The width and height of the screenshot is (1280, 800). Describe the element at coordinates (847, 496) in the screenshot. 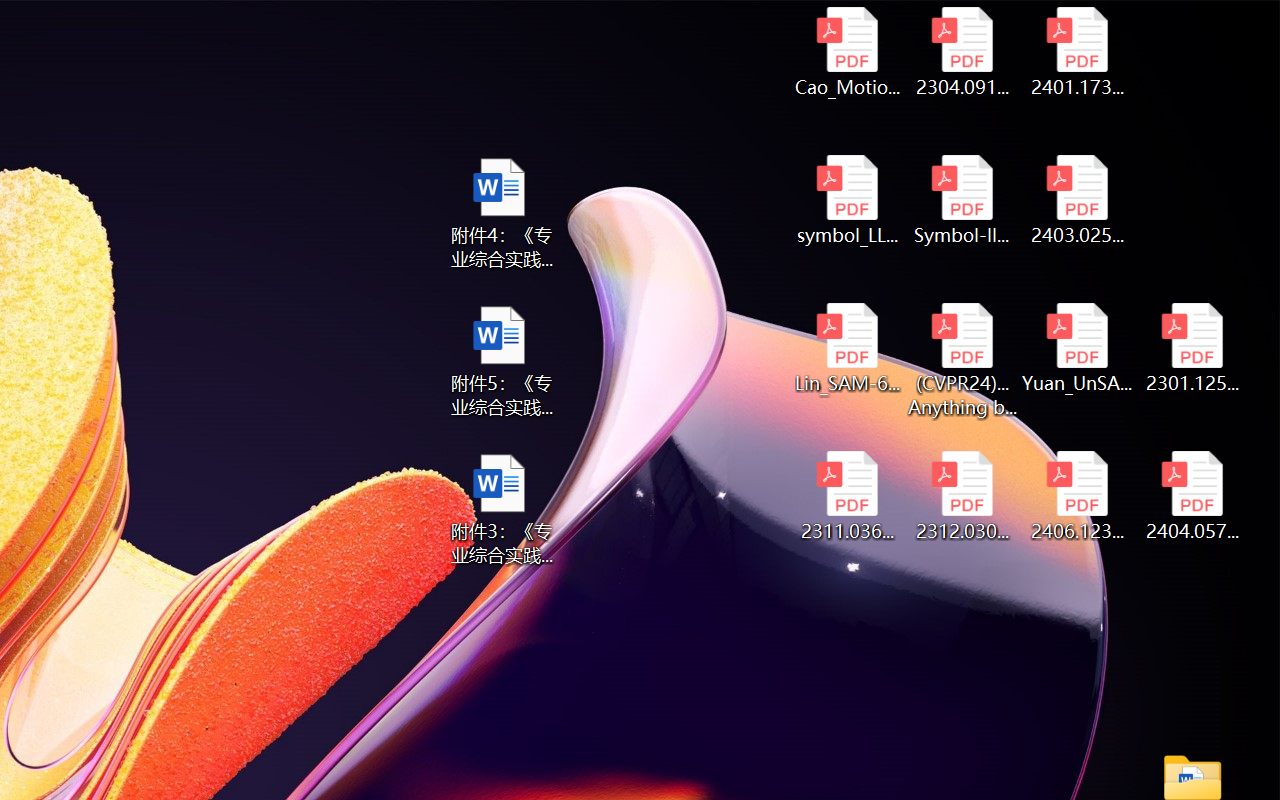

I see `'2311.03658v2.pdf'` at that location.